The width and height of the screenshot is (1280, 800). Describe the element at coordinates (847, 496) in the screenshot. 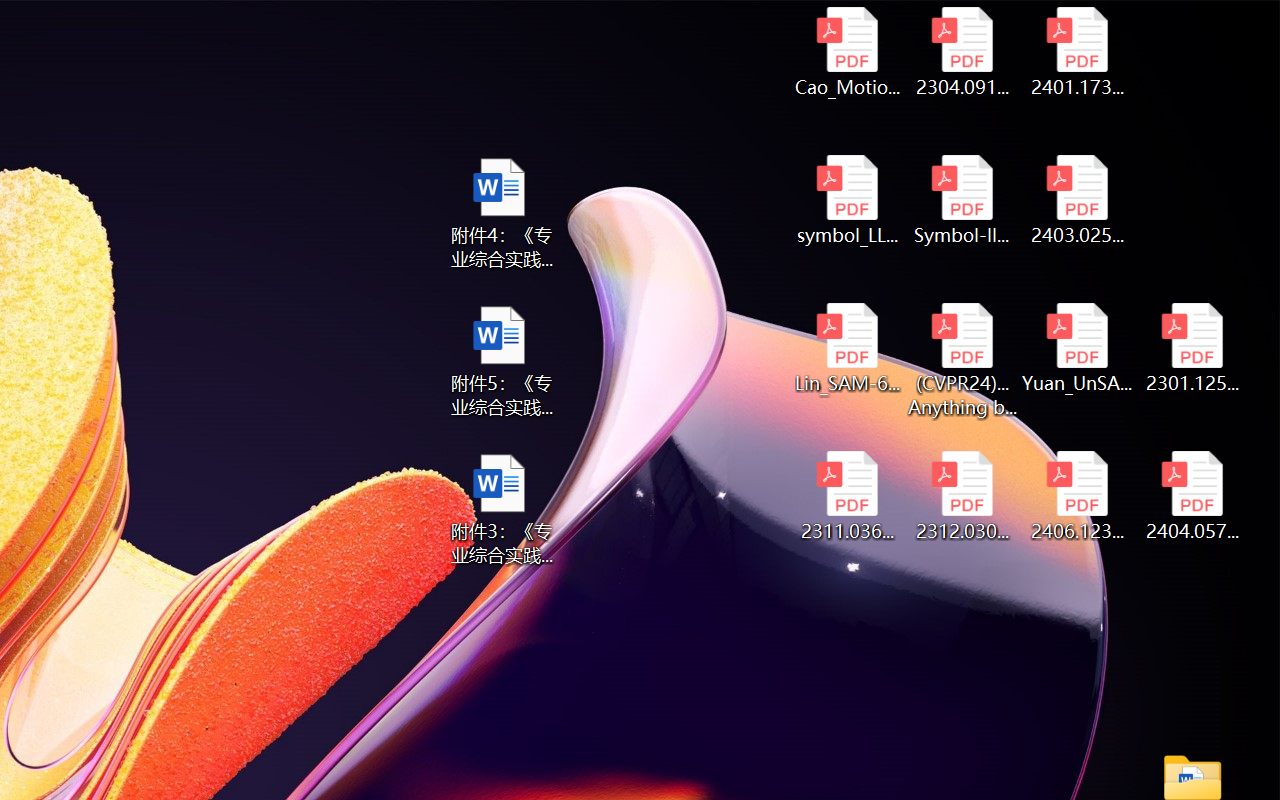

I see `'2311.03658v2.pdf'` at that location.